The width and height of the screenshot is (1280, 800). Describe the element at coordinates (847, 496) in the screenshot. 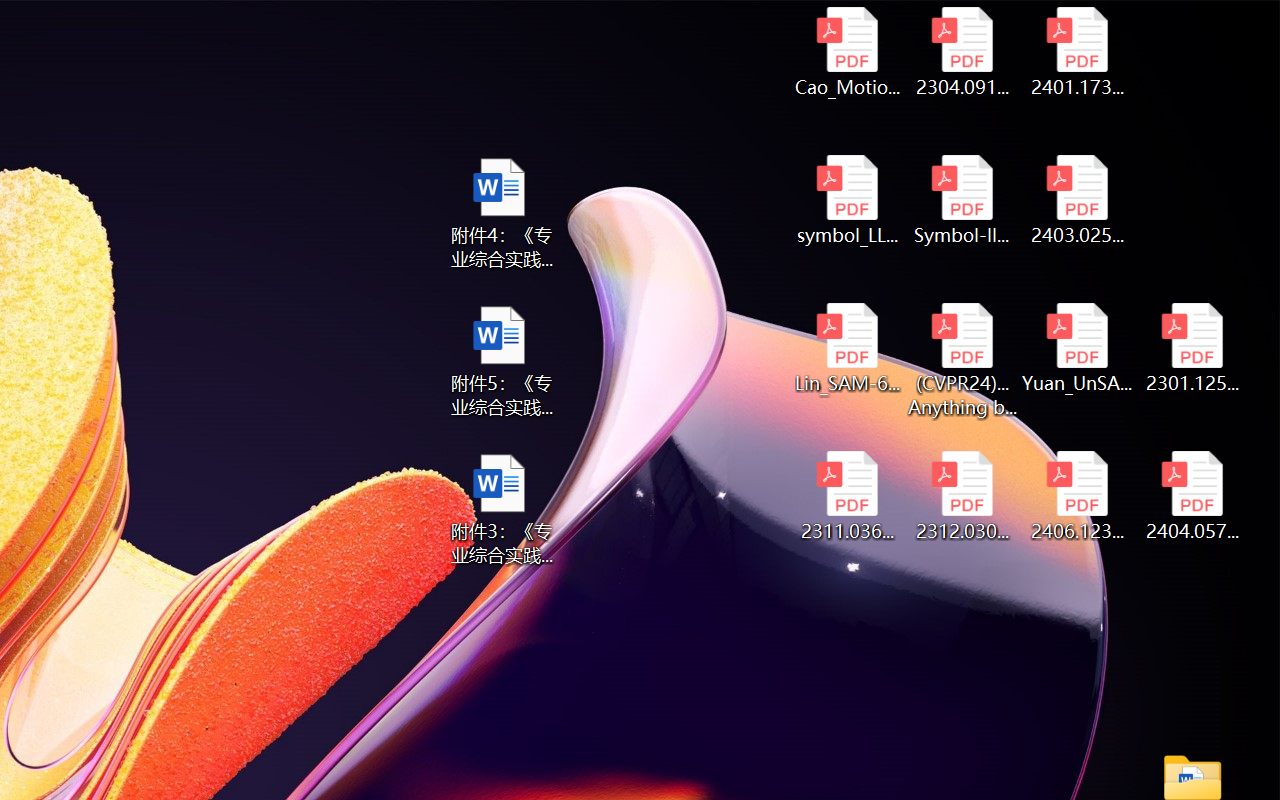

I see `'2311.03658v2.pdf'` at that location.